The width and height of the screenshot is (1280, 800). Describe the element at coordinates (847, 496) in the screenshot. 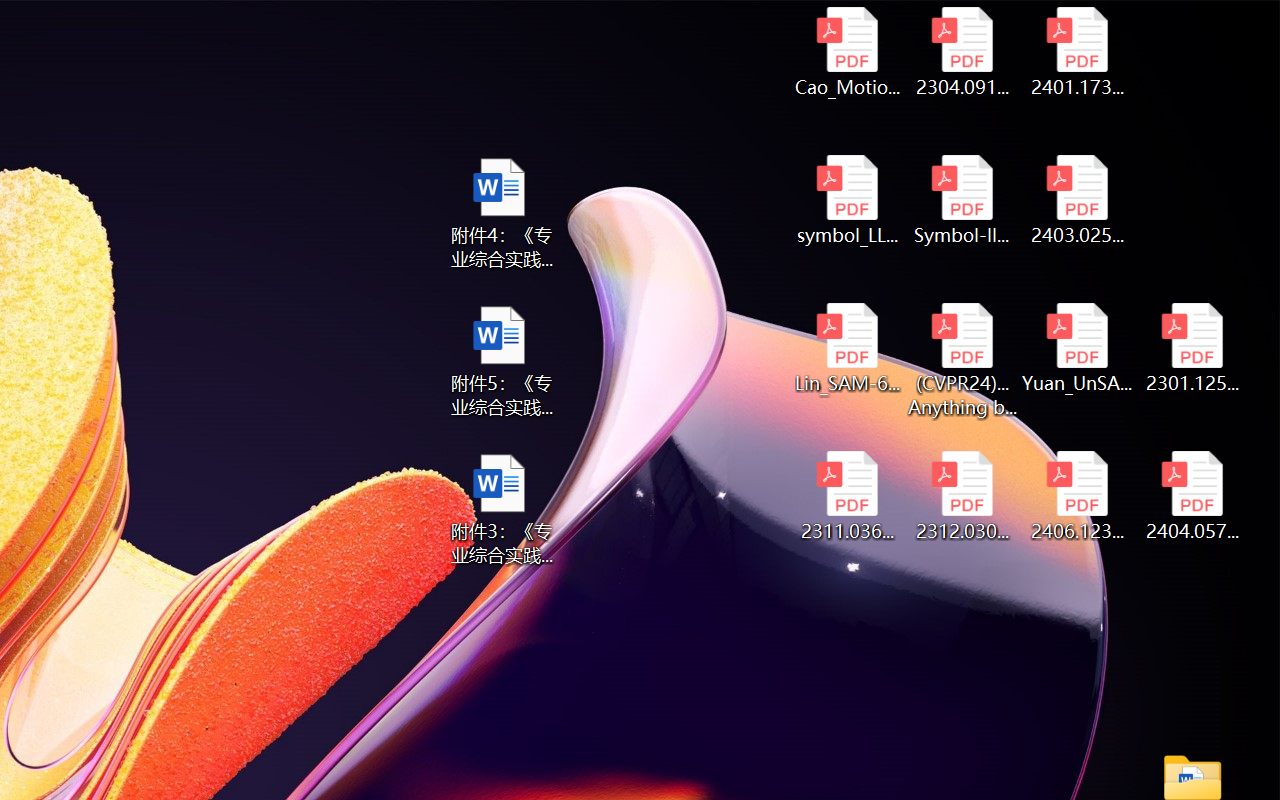

I see `'2311.03658v2.pdf'` at that location.